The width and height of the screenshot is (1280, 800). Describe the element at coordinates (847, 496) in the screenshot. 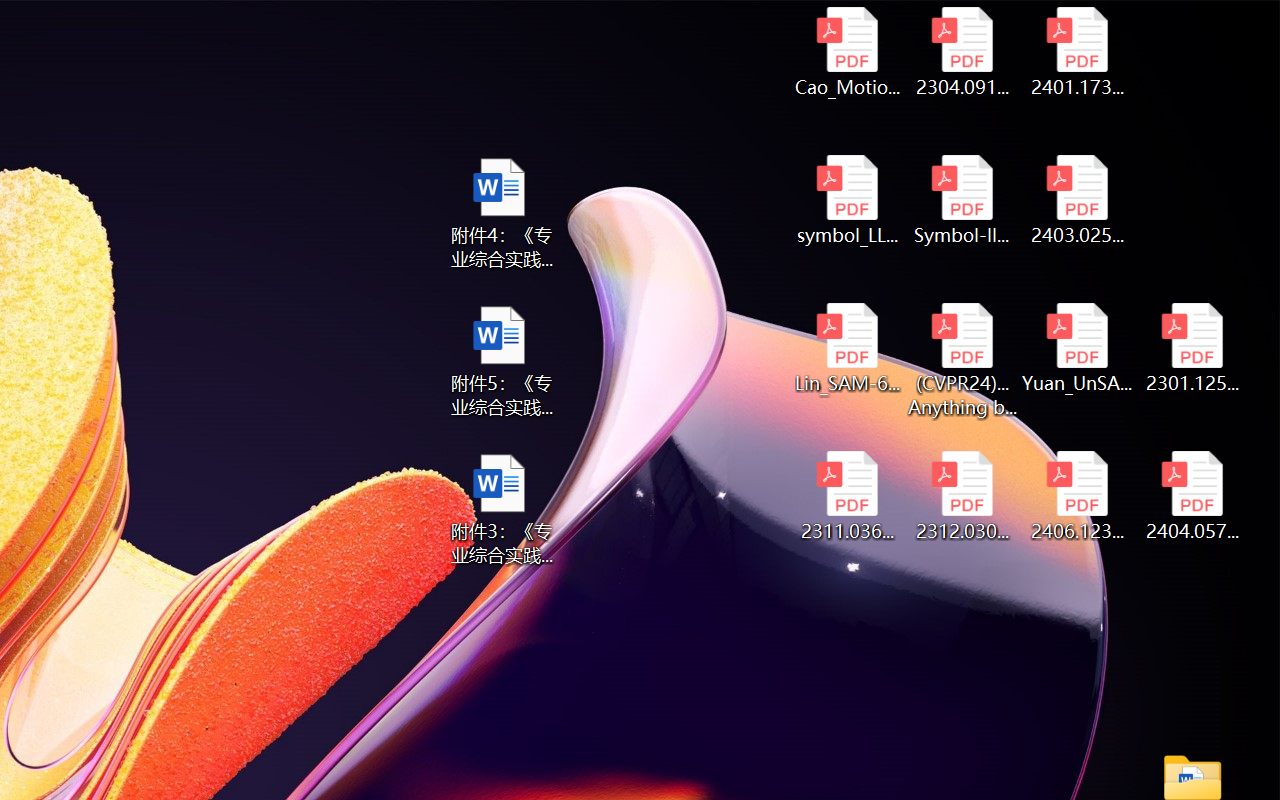

I see `'2311.03658v2.pdf'` at that location.